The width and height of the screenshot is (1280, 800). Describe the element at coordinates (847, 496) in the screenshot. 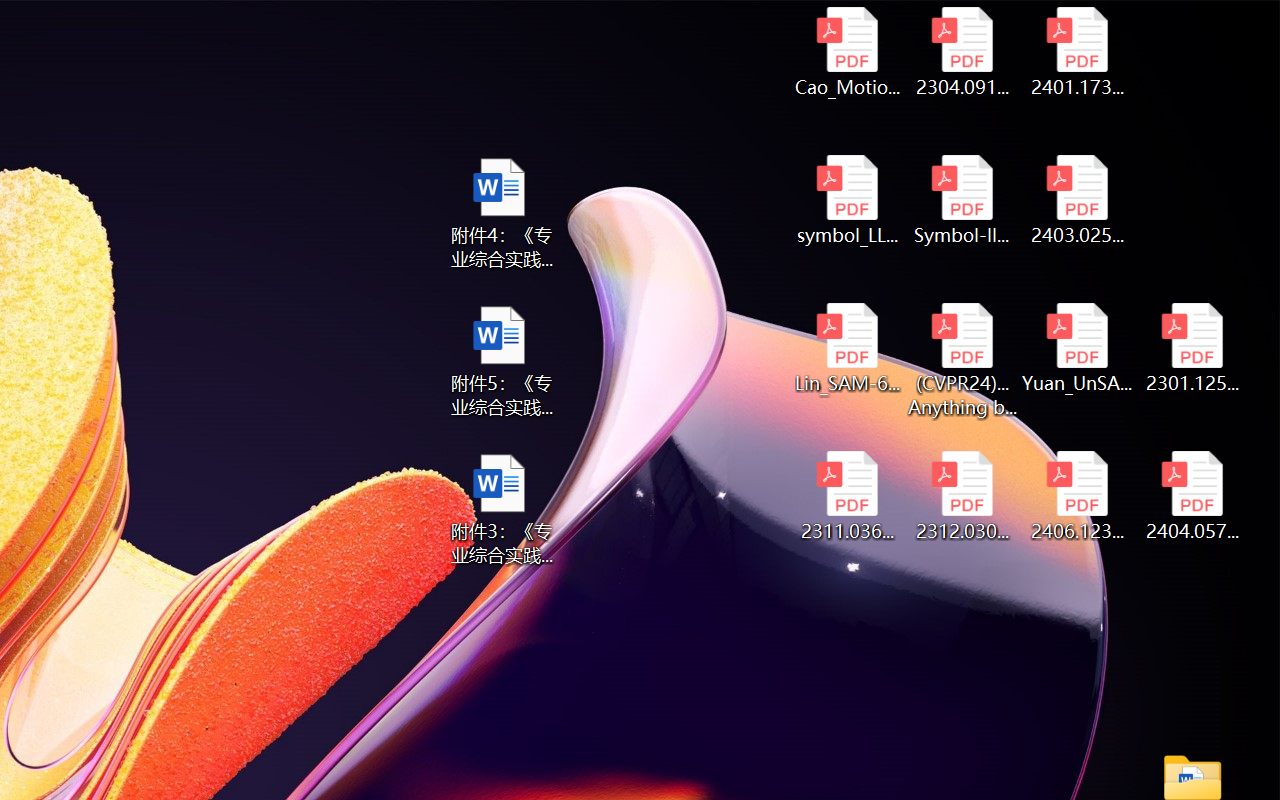

I see `'2311.03658v2.pdf'` at that location.